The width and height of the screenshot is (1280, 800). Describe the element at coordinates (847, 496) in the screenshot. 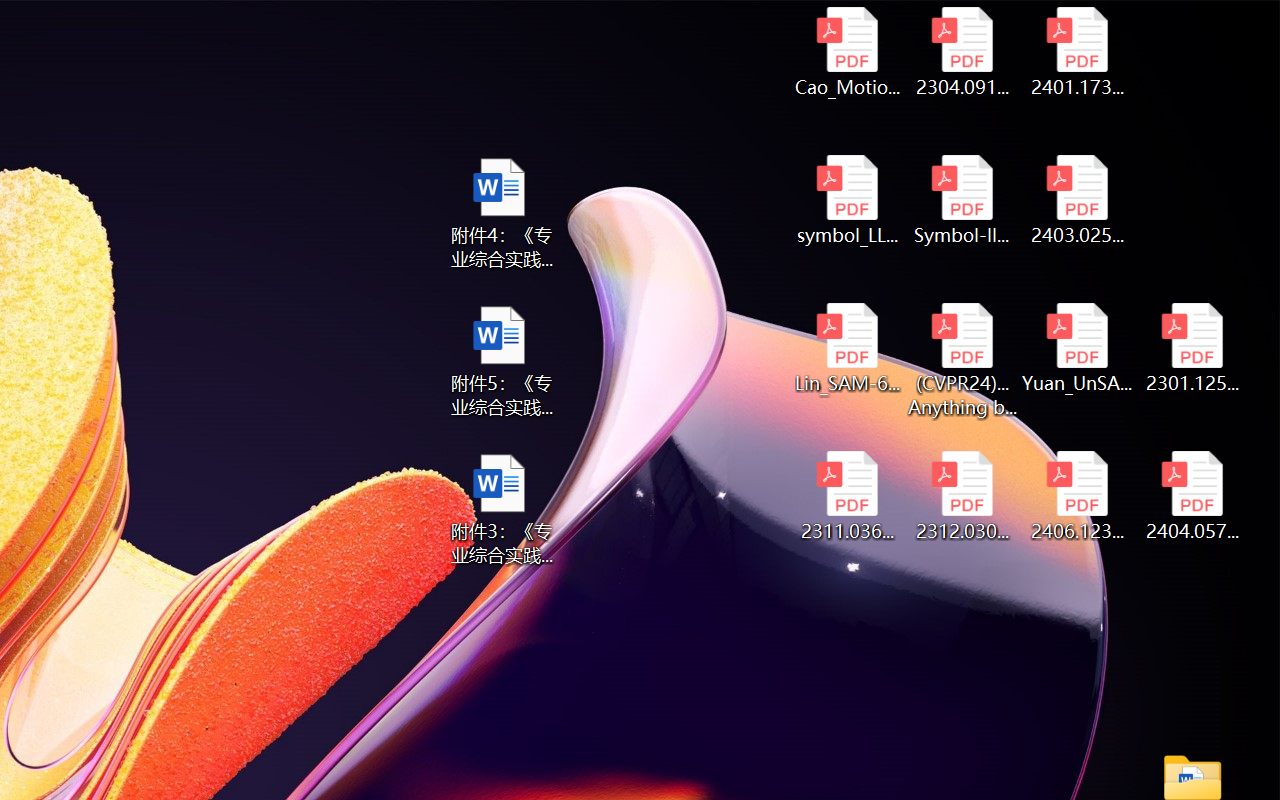

I see `'2311.03658v2.pdf'` at that location.